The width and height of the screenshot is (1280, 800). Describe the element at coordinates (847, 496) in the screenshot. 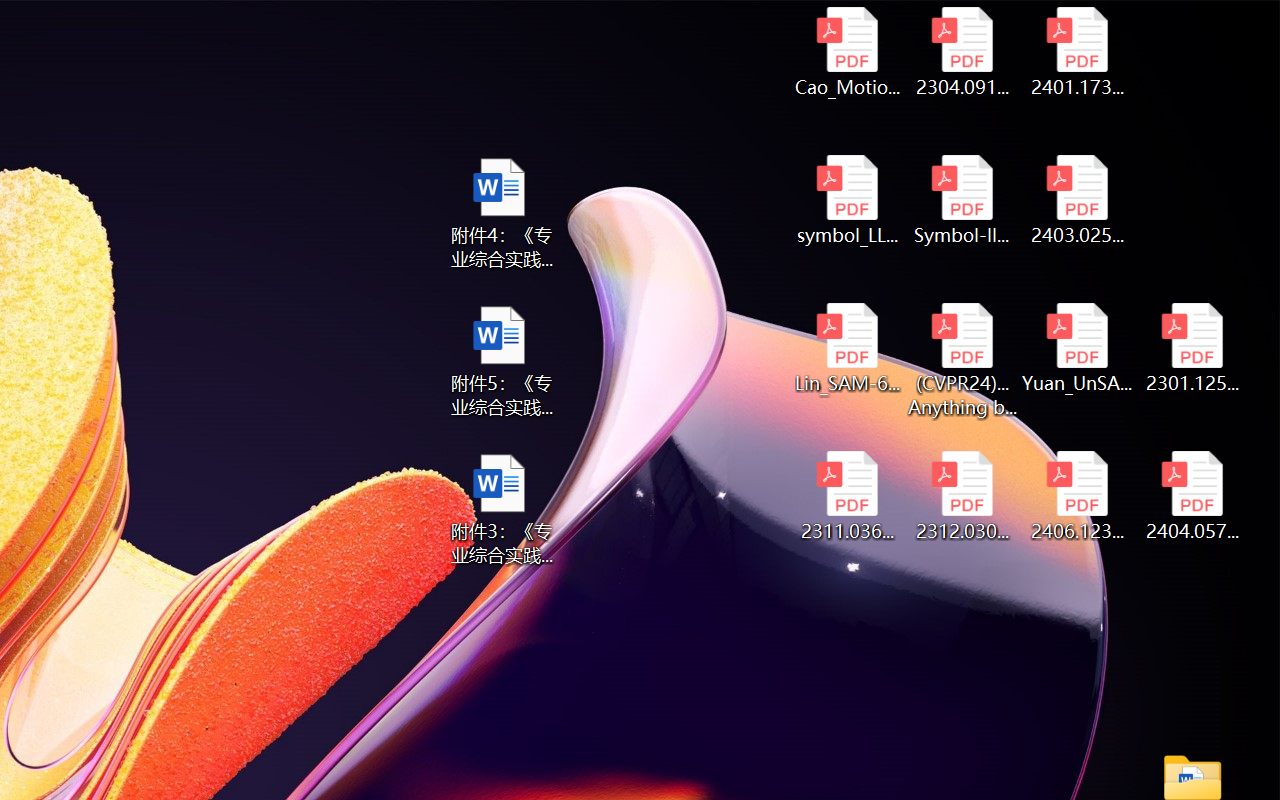

I see `'2311.03658v2.pdf'` at that location.